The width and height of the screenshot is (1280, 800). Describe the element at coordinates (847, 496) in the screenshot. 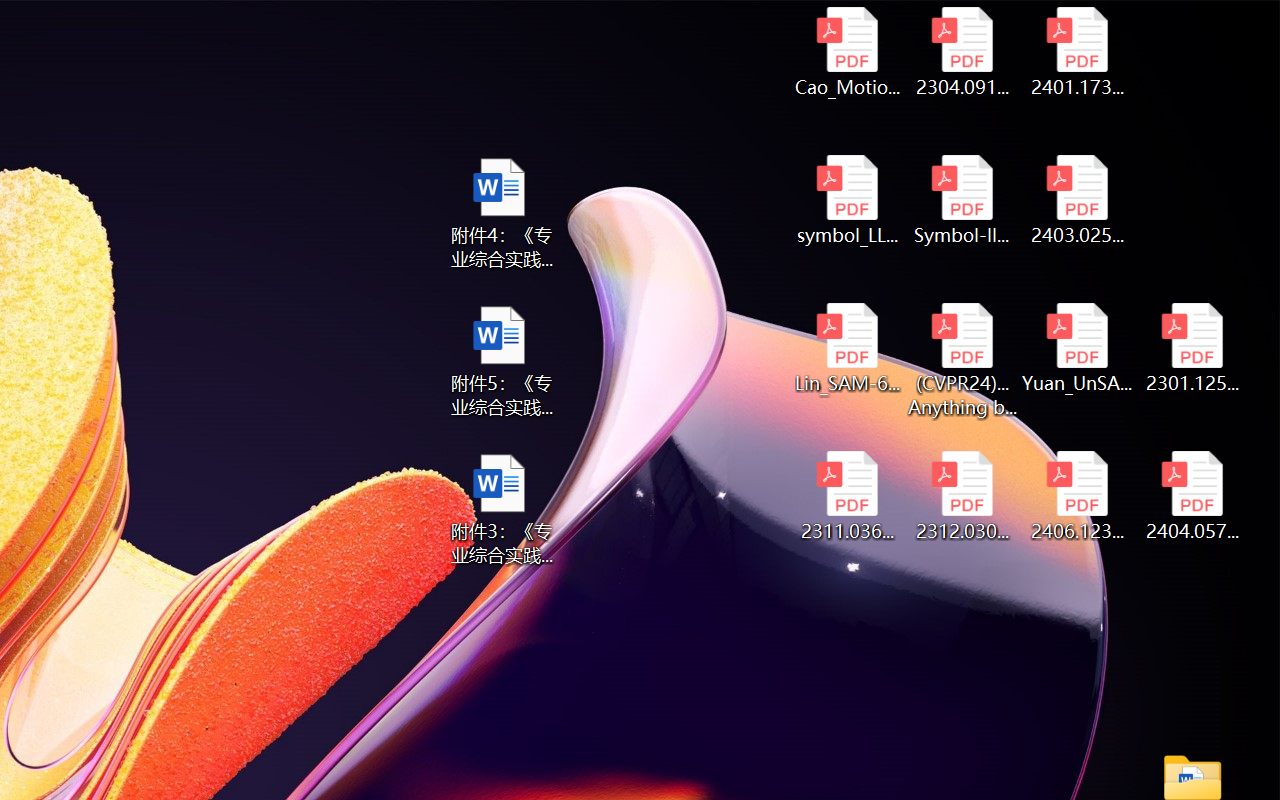

I see `'2311.03658v2.pdf'` at that location.